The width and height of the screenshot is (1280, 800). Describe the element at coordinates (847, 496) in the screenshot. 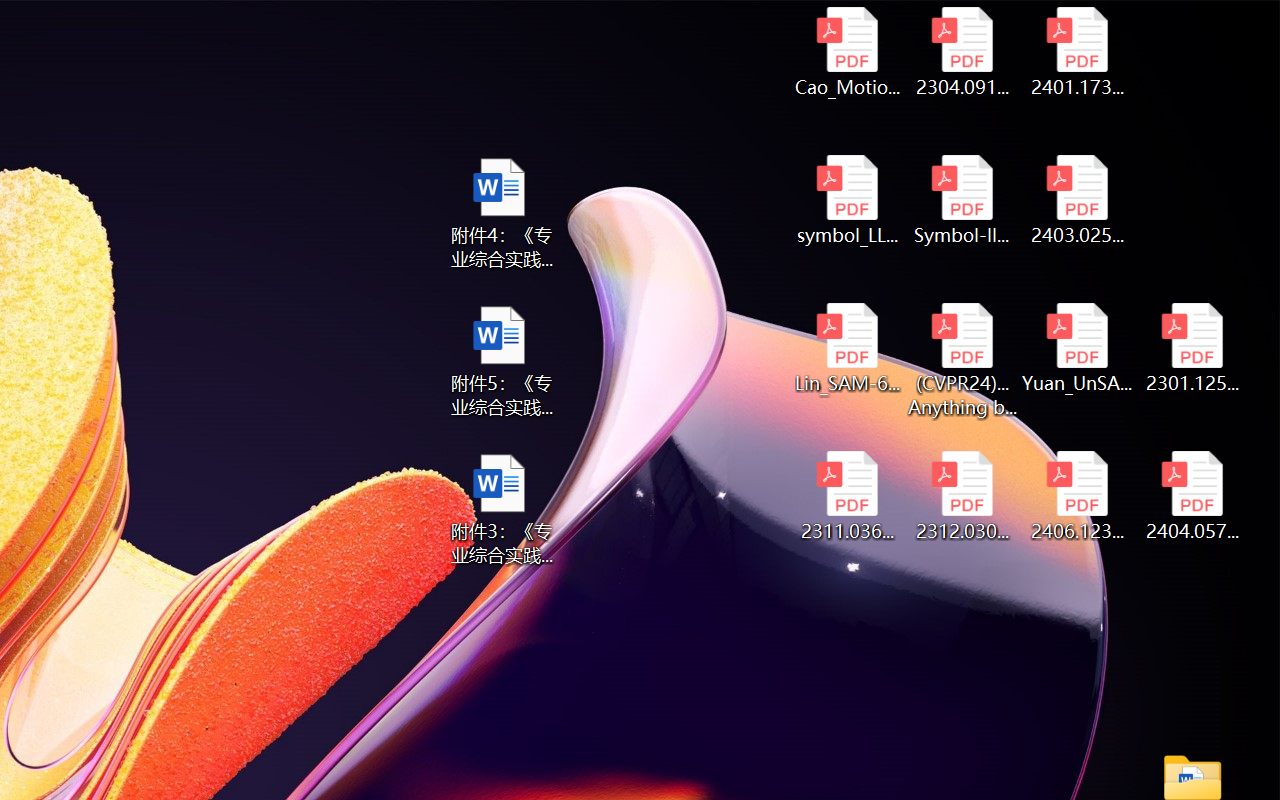

I see `'2311.03658v2.pdf'` at that location.